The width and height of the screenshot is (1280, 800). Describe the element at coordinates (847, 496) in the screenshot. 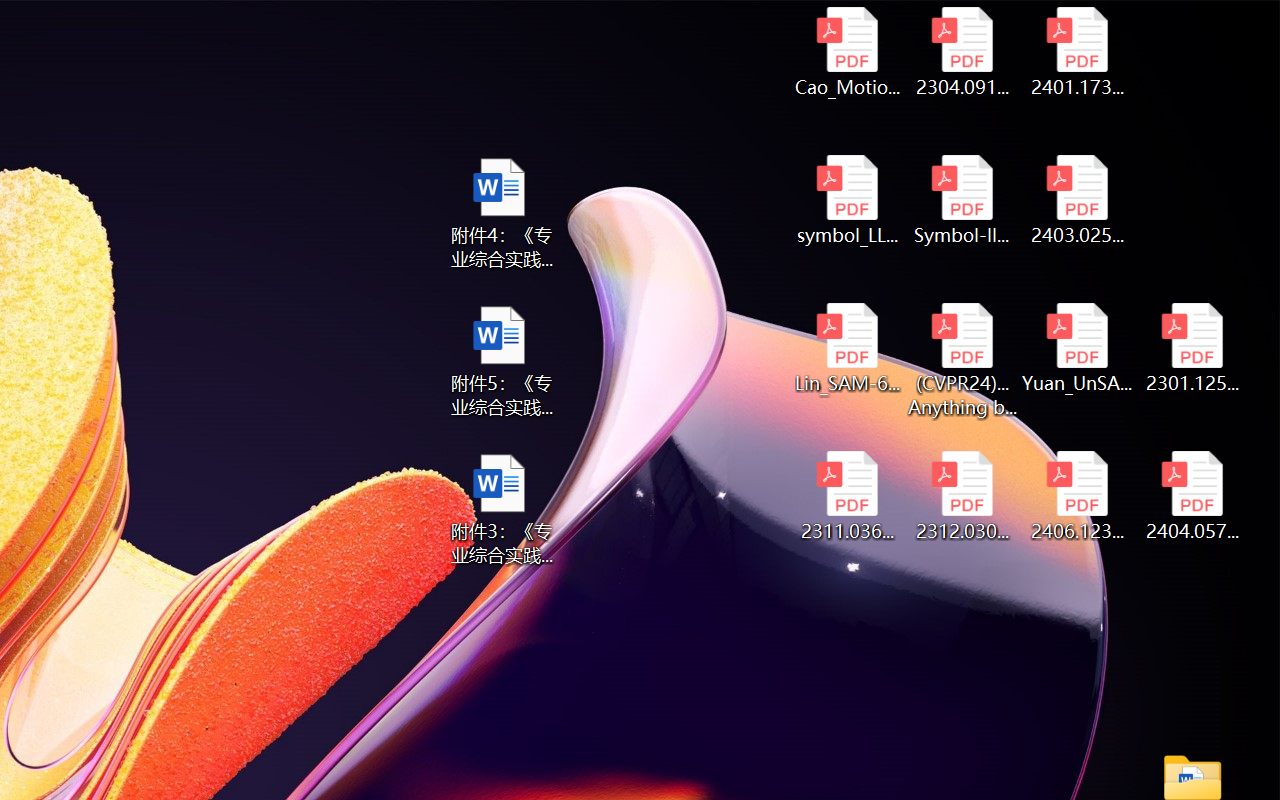

I see `'2311.03658v2.pdf'` at that location.